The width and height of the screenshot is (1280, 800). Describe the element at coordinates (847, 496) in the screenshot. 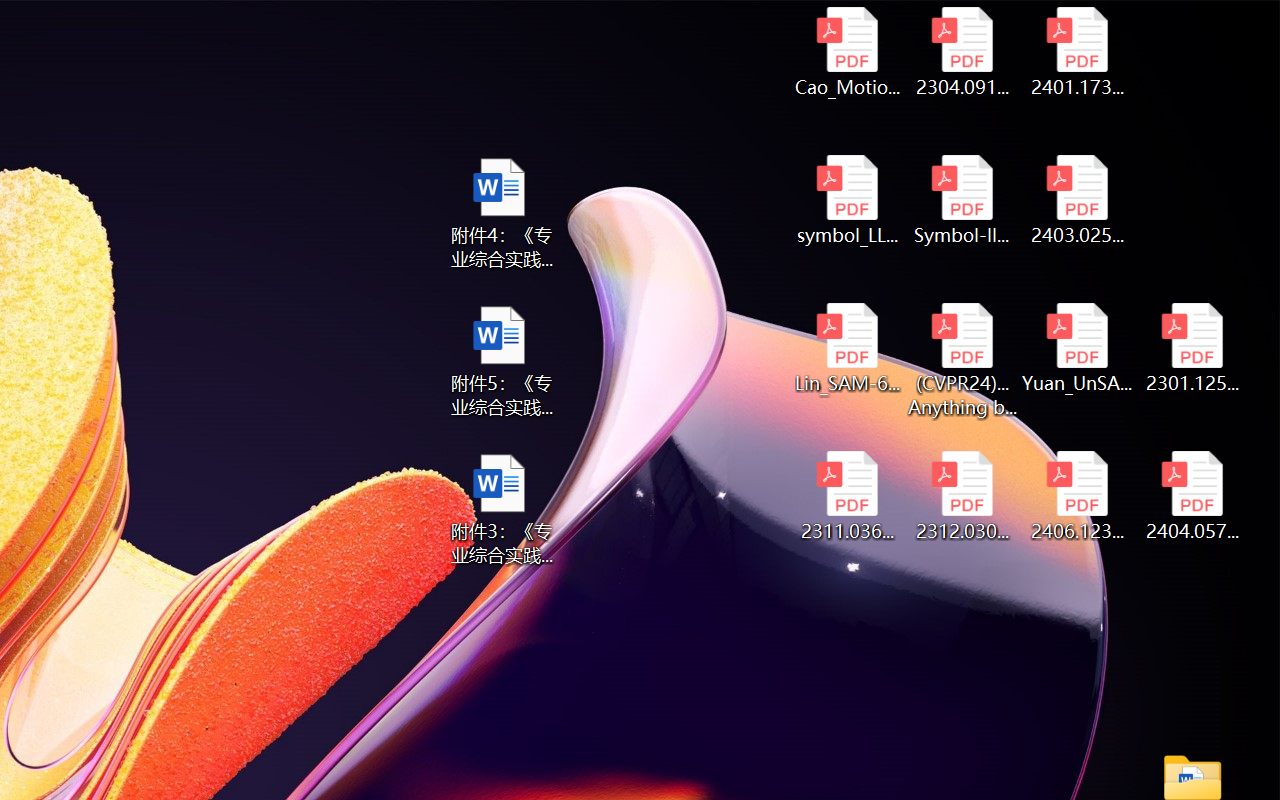

I see `'2311.03658v2.pdf'` at that location.